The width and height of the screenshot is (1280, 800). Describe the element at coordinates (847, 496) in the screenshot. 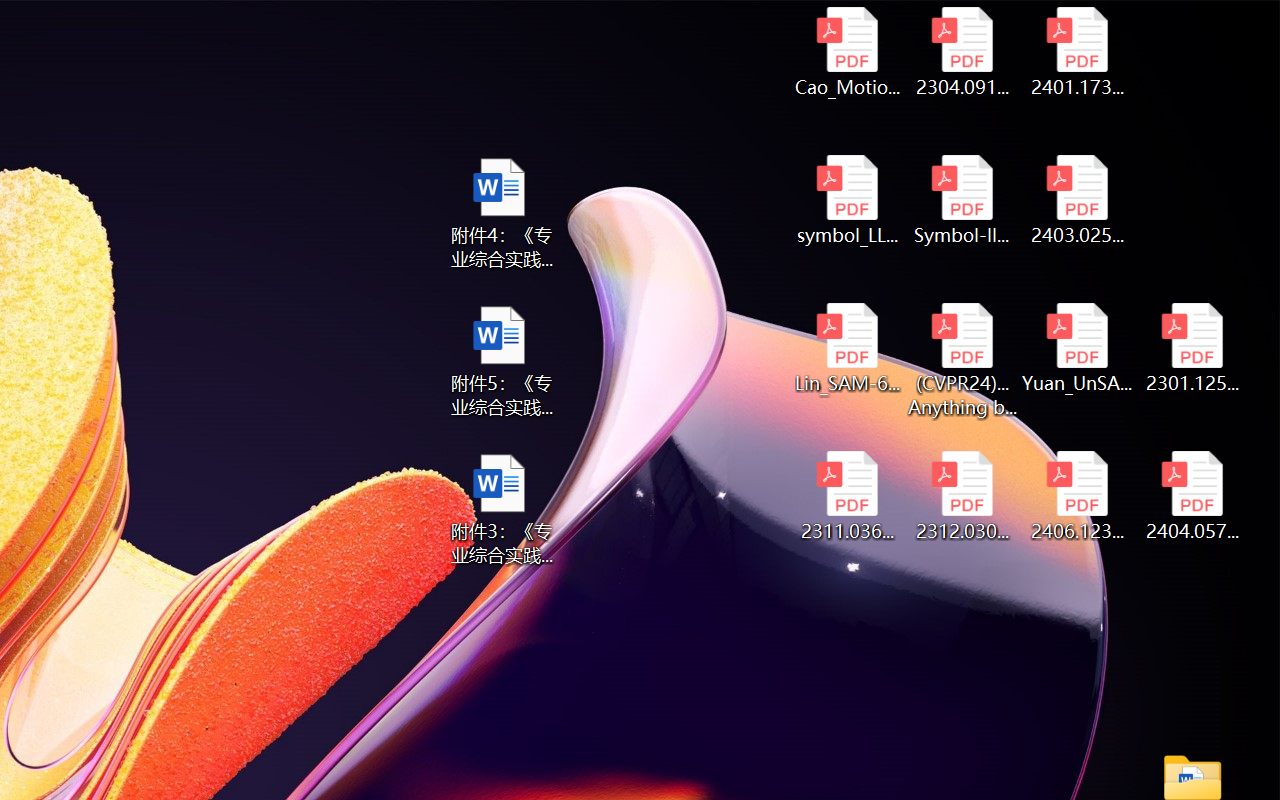

I see `'2311.03658v2.pdf'` at that location.